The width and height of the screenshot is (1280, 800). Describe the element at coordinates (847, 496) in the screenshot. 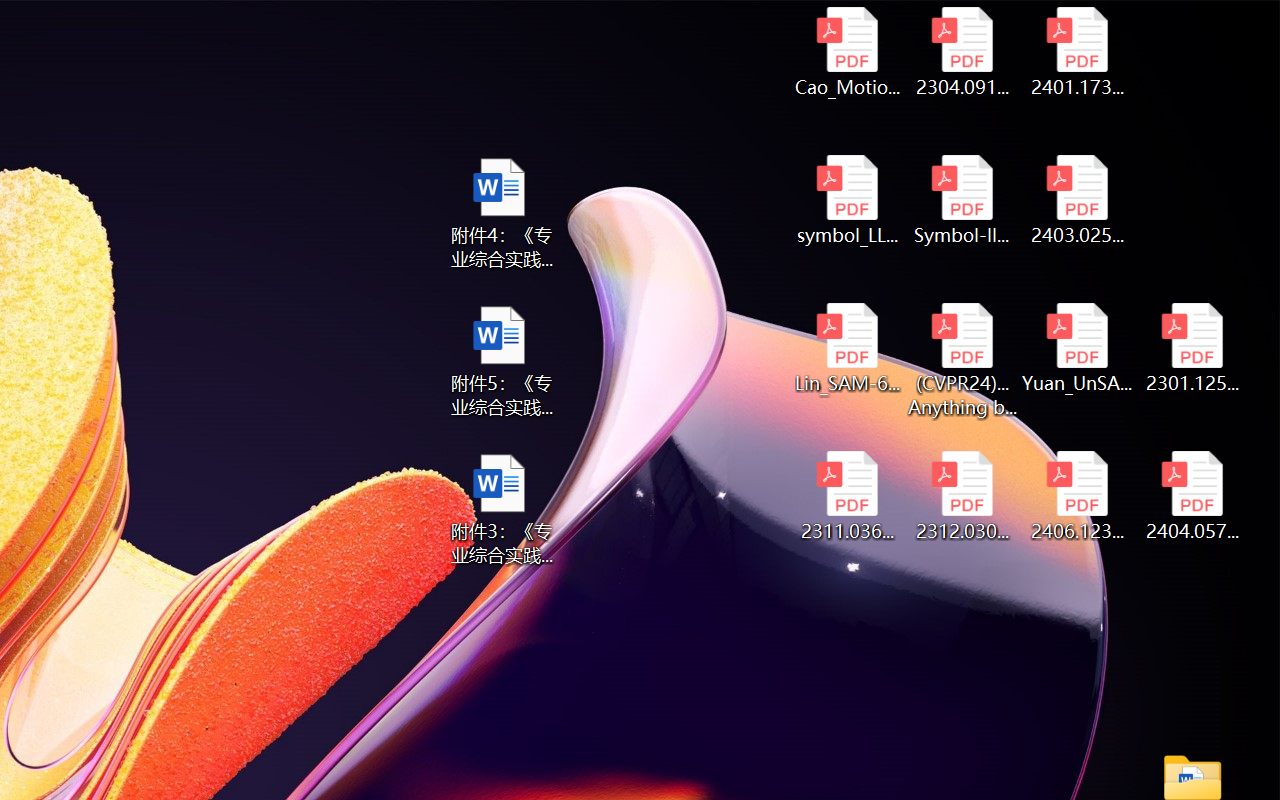

I see `'2311.03658v2.pdf'` at that location.